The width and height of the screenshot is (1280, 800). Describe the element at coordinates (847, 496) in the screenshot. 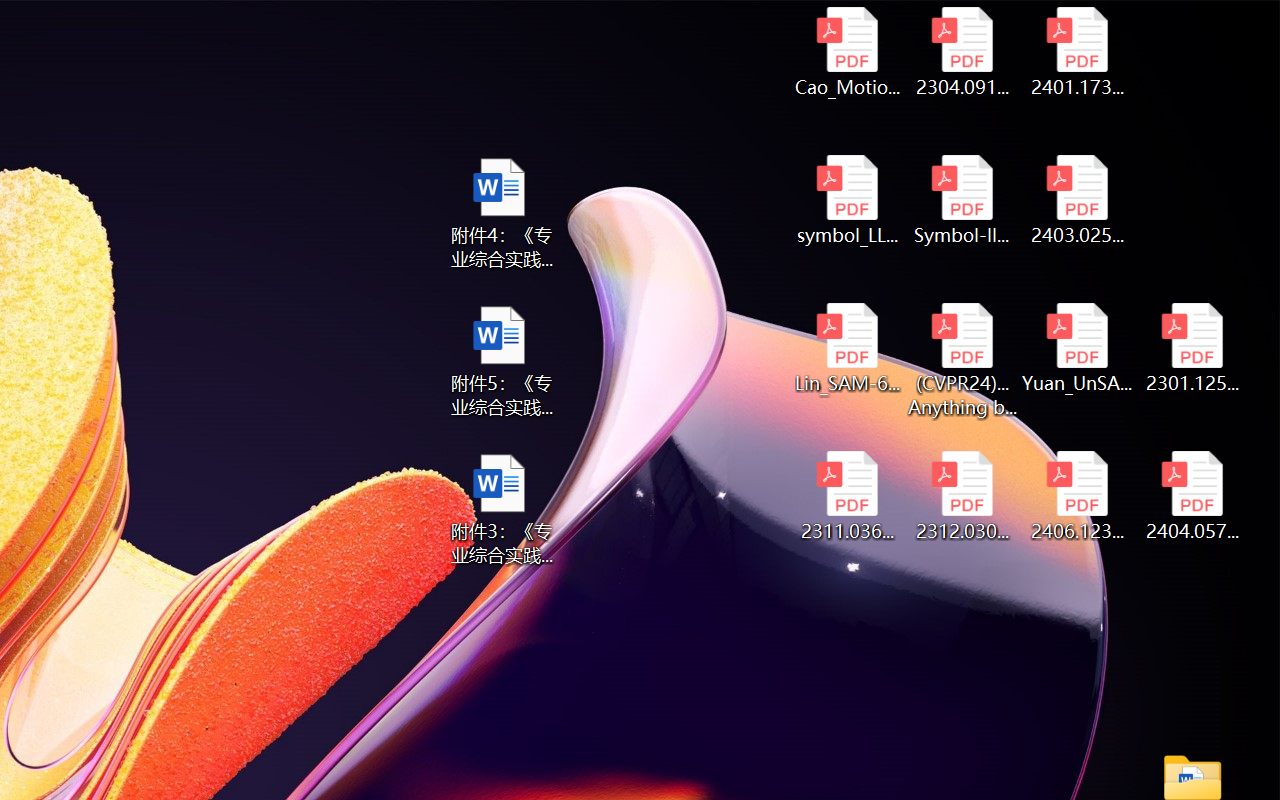

I see `'2311.03658v2.pdf'` at that location.